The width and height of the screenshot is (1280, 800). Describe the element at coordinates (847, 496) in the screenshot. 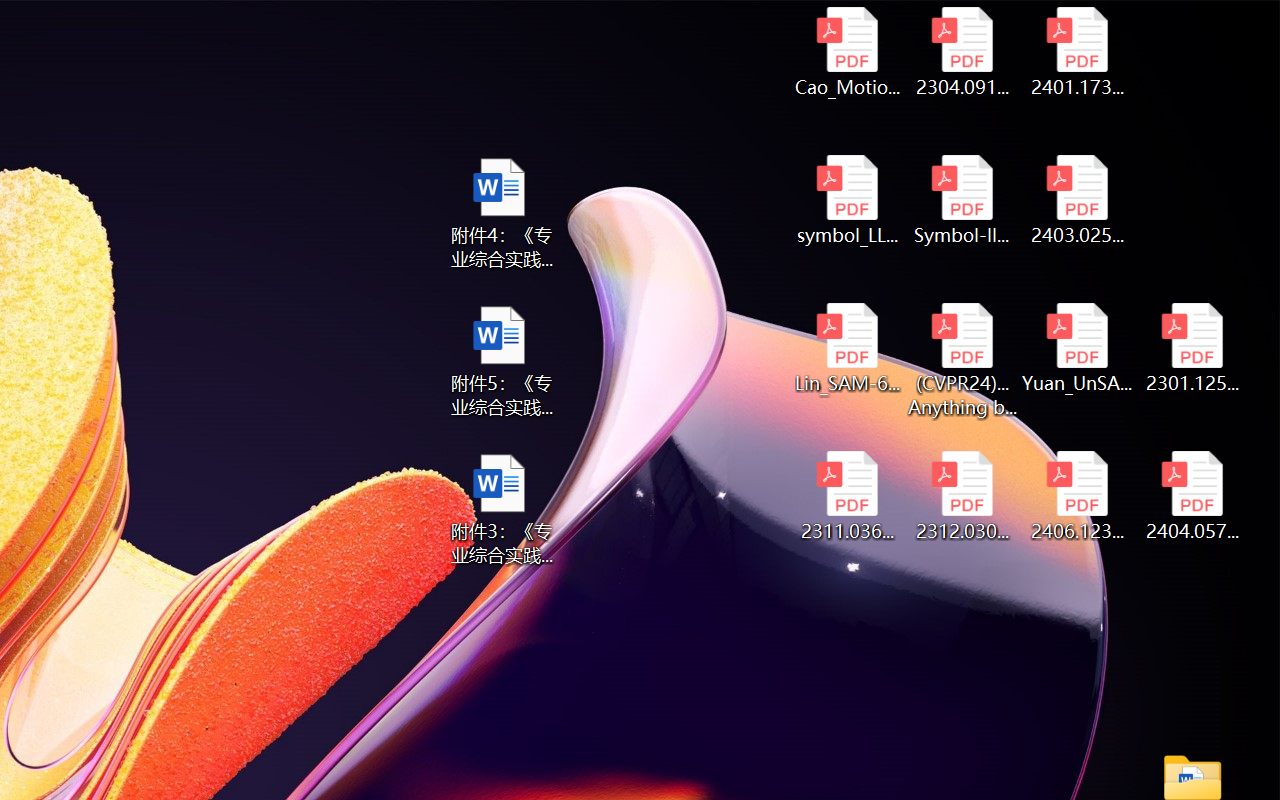

I see `'2311.03658v2.pdf'` at that location.